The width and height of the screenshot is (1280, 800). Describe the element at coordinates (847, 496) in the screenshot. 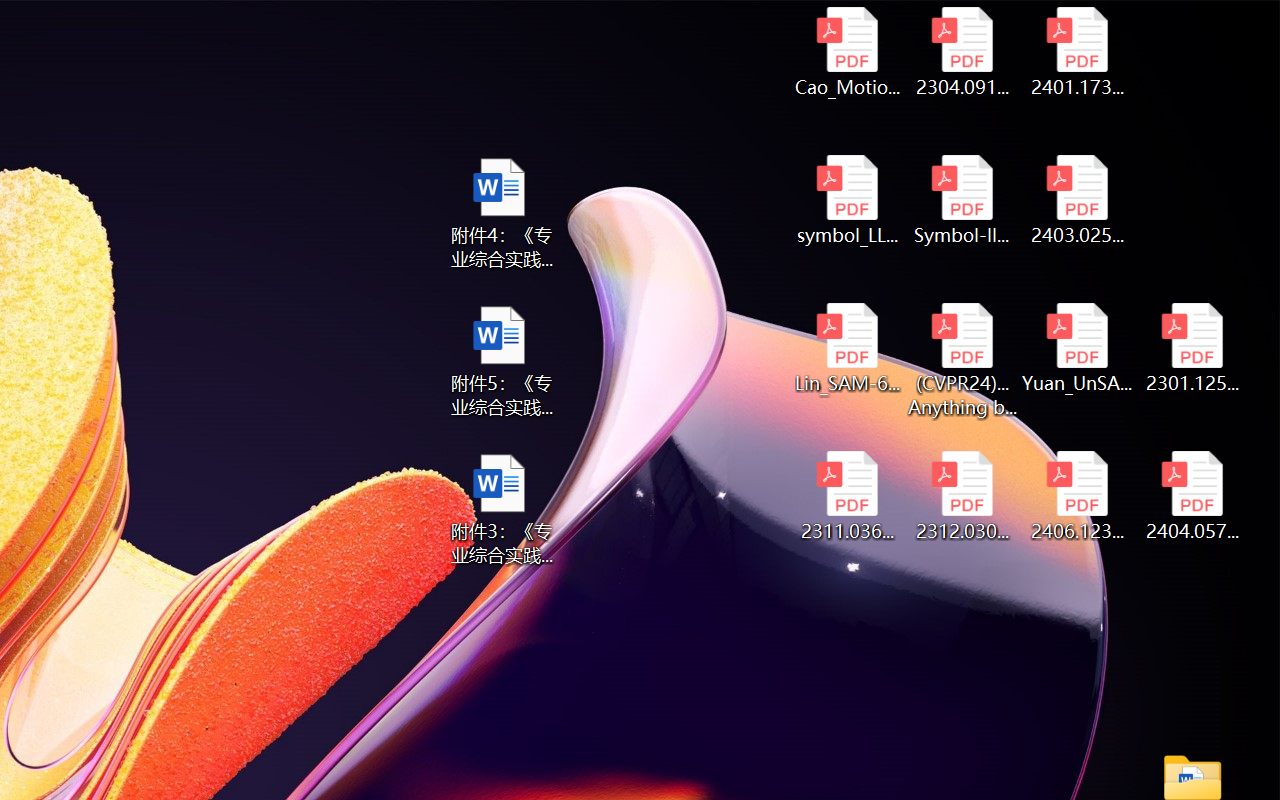

I see `'2311.03658v2.pdf'` at that location.